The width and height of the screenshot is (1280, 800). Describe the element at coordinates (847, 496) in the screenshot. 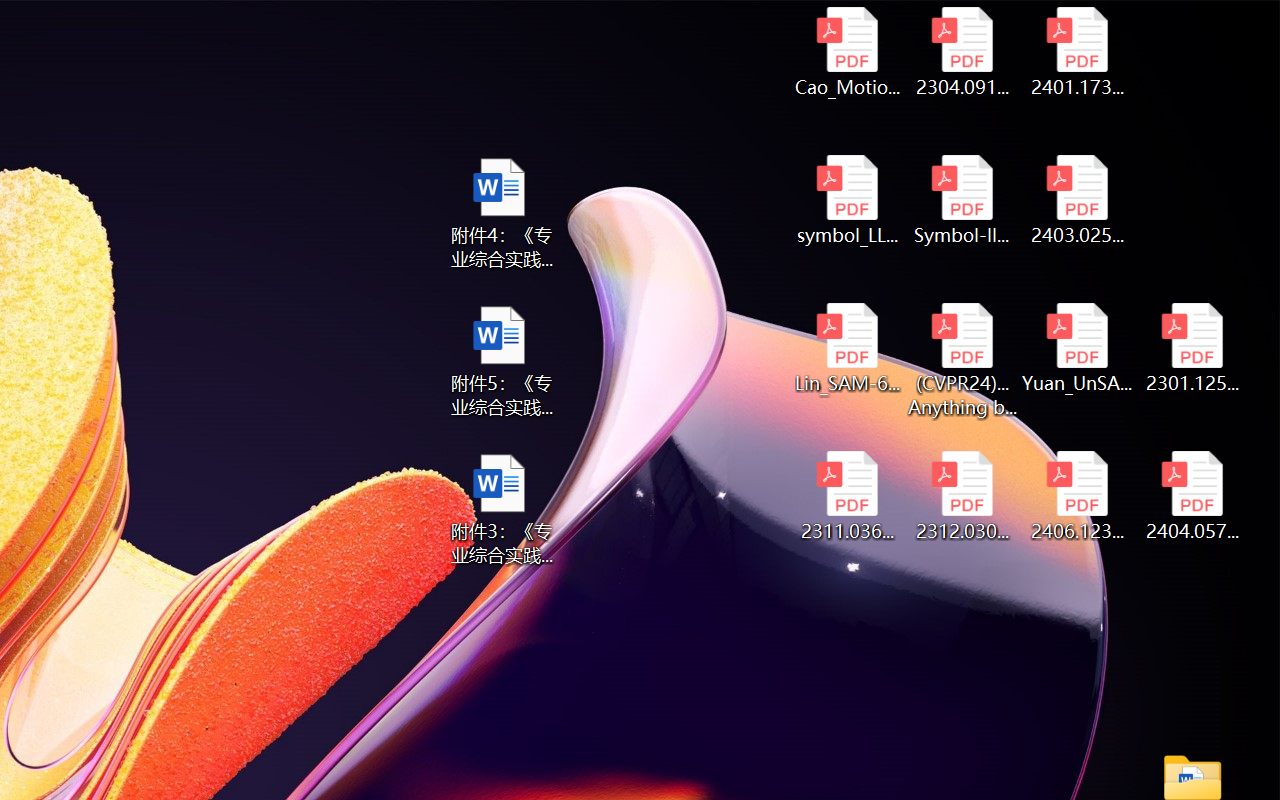

I see `'2311.03658v2.pdf'` at that location.